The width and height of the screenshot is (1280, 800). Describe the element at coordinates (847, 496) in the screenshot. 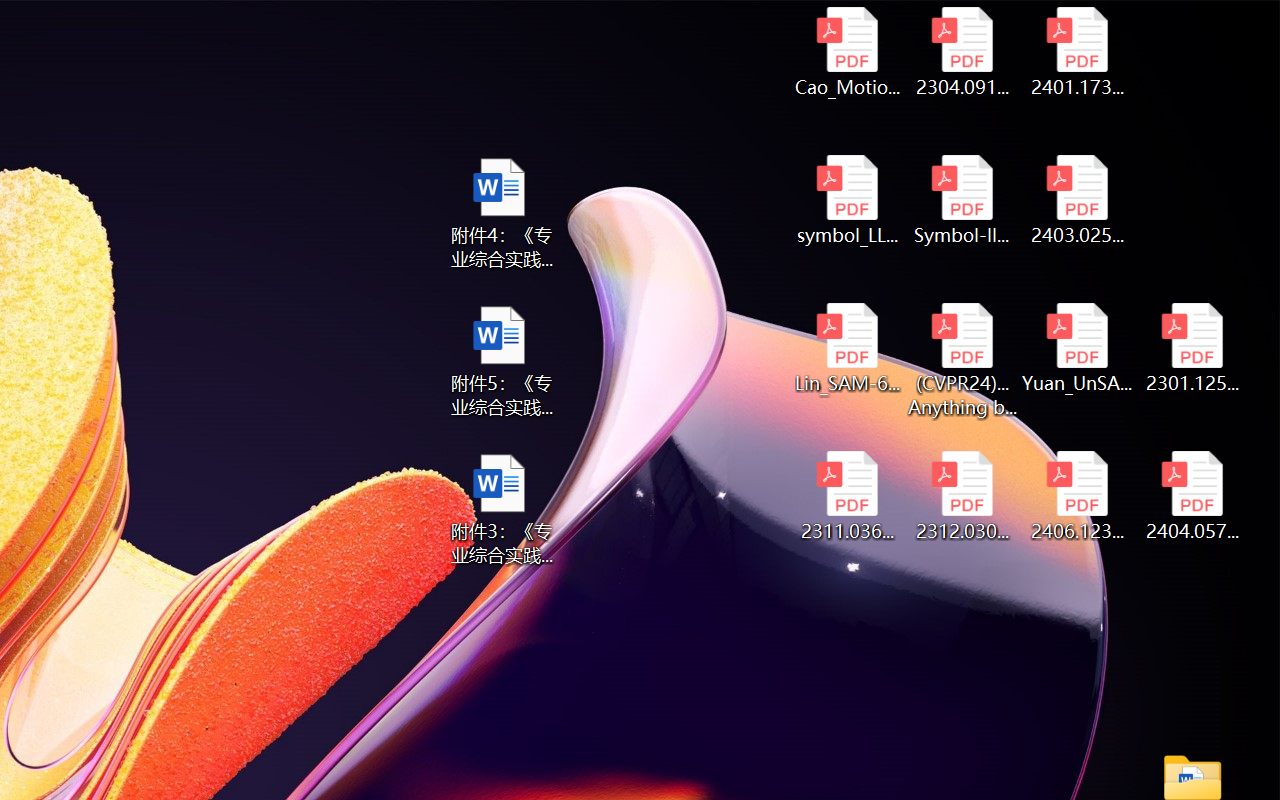

I see `'2311.03658v2.pdf'` at that location.